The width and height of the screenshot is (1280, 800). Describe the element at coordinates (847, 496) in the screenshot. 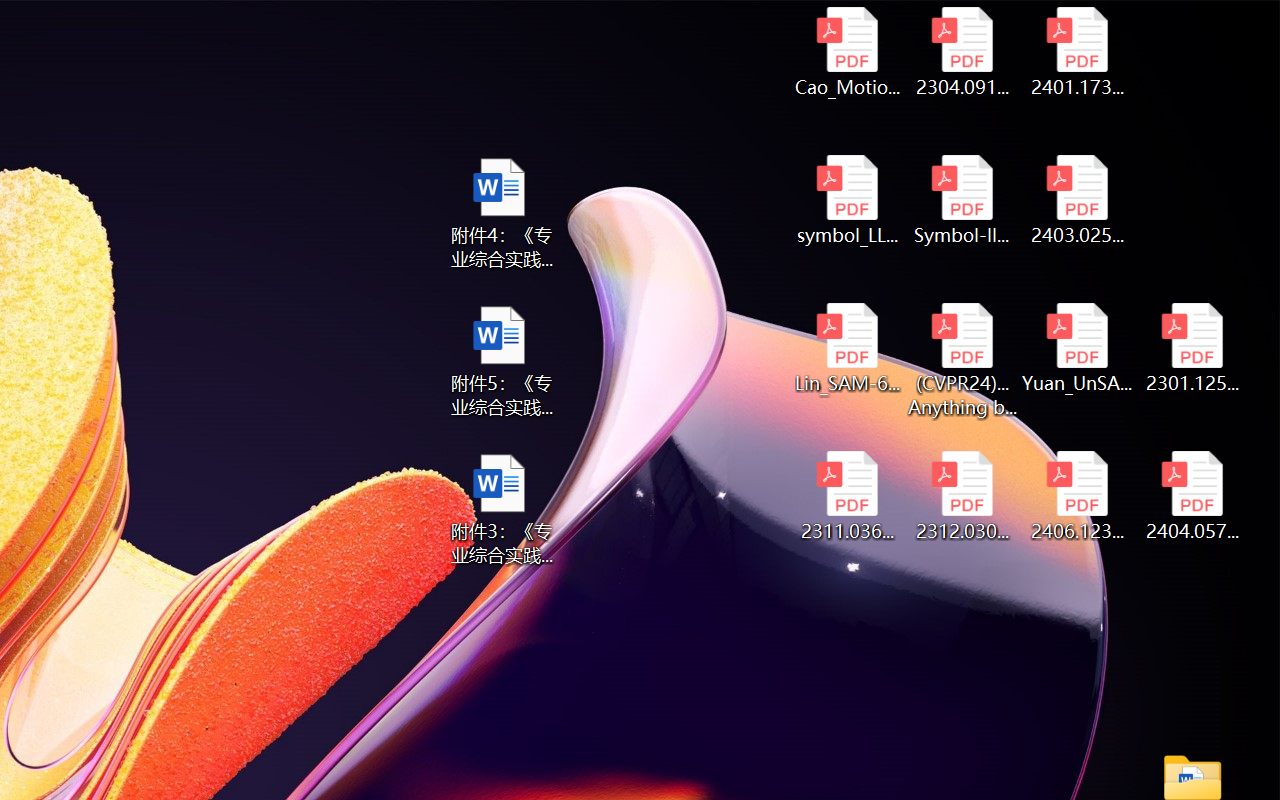

I see `'2311.03658v2.pdf'` at that location.